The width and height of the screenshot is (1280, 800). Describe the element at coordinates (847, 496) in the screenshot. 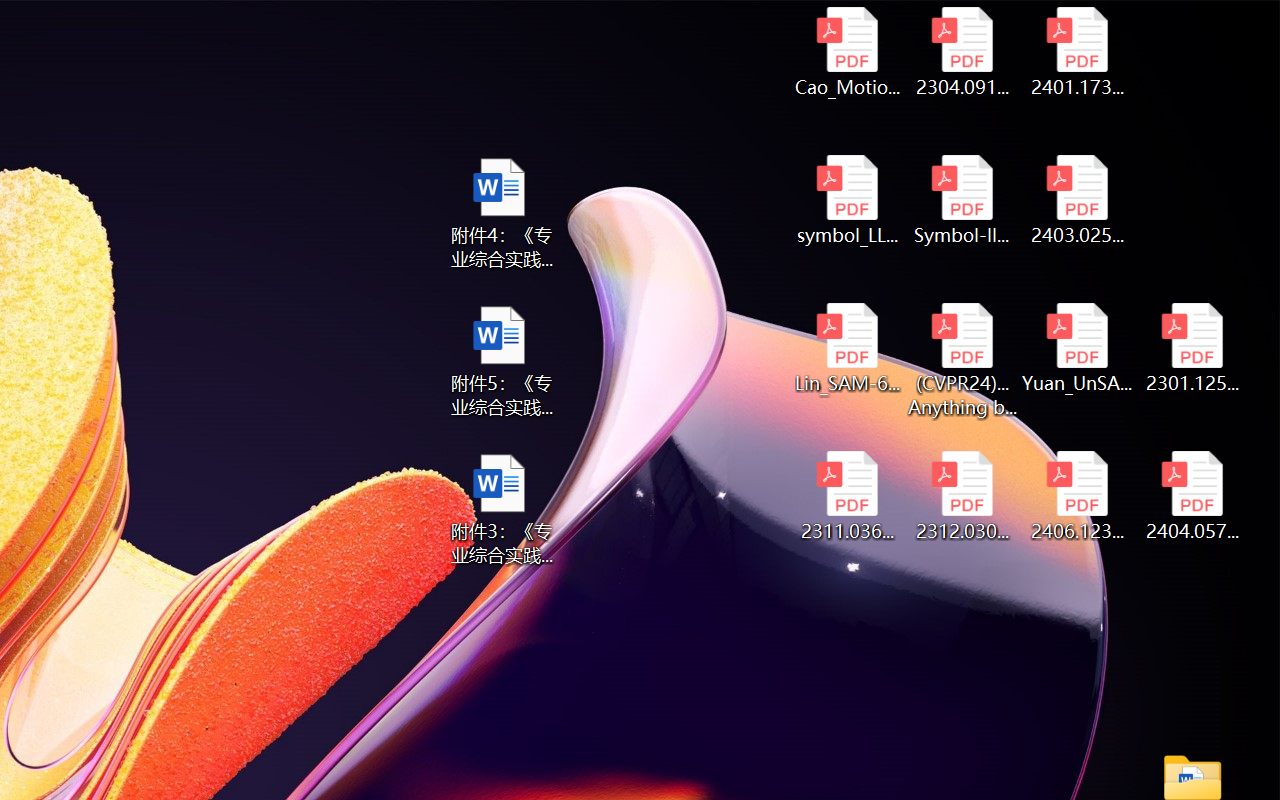

I see `'2311.03658v2.pdf'` at that location.